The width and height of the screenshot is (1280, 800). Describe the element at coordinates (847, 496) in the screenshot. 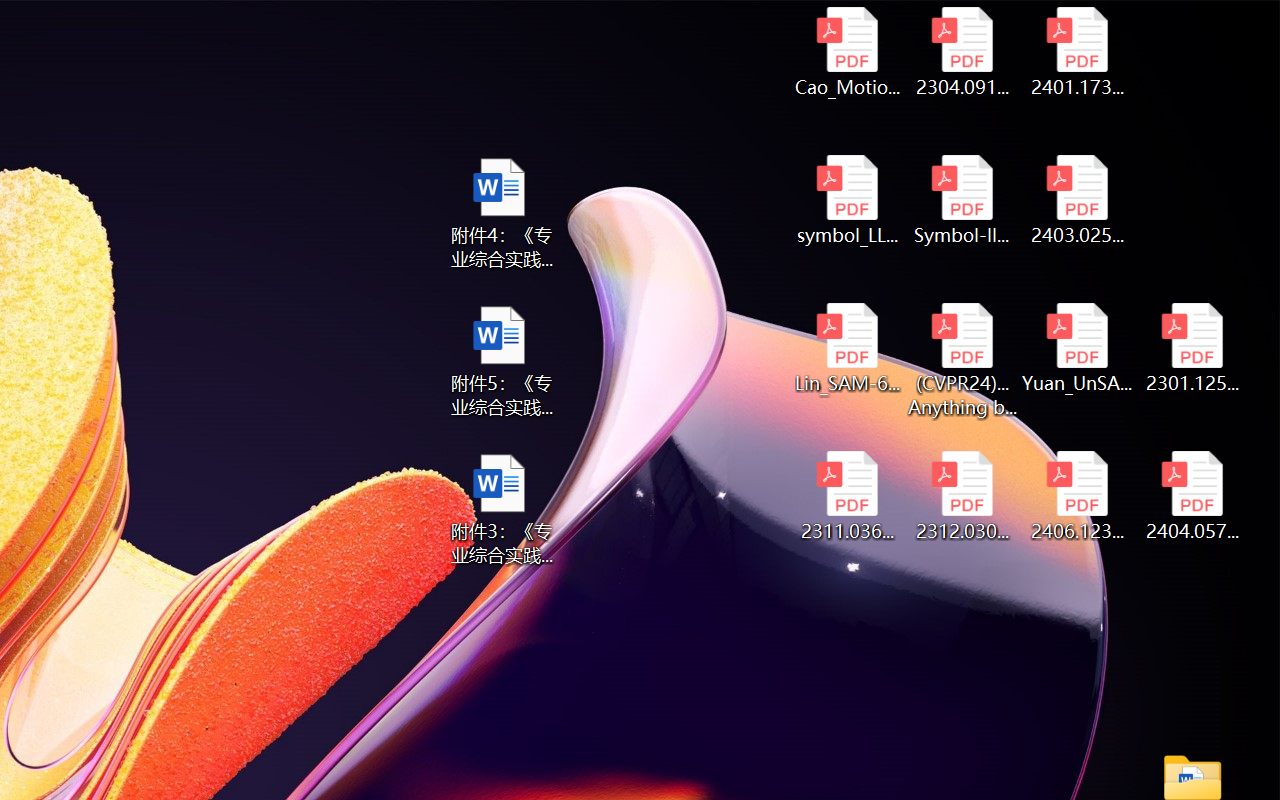

I see `'2311.03658v2.pdf'` at that location.